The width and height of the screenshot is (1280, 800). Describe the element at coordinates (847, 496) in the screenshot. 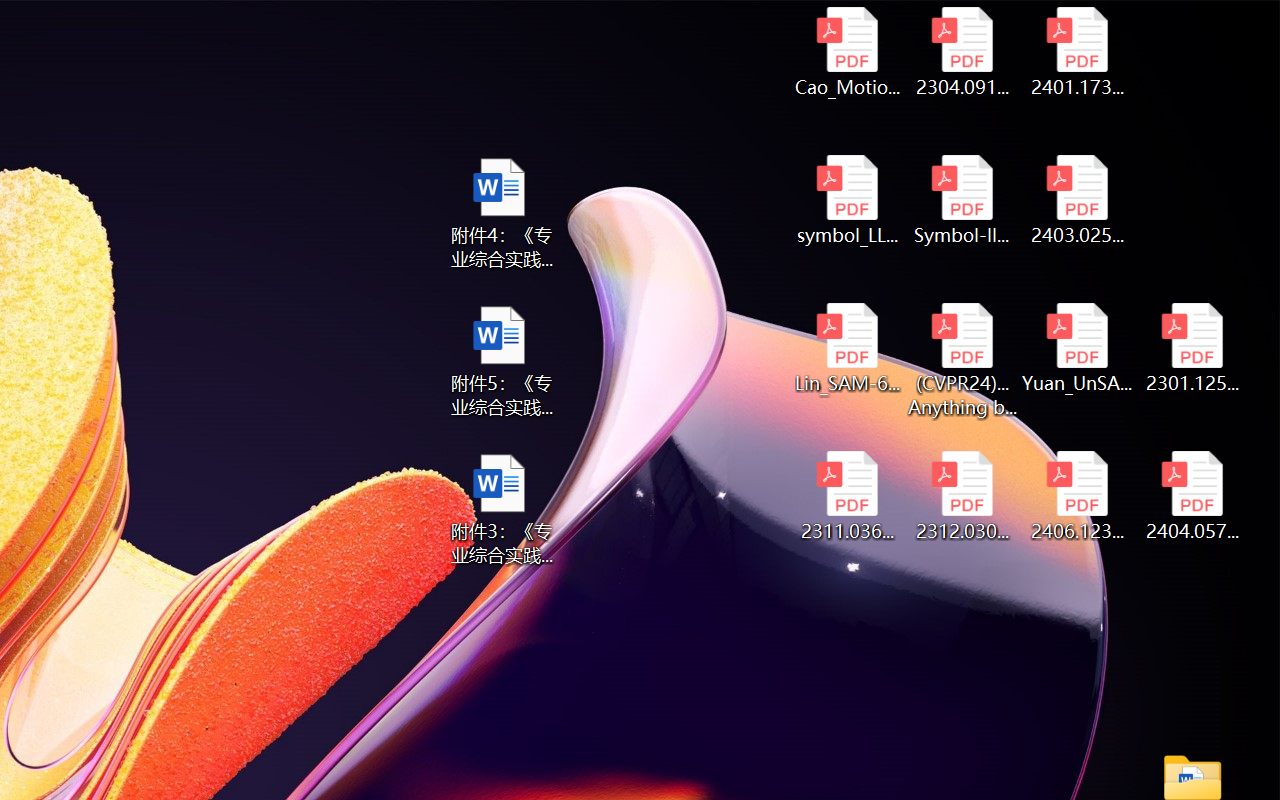

I see `'2311.03658v2.pdf'` at that location.